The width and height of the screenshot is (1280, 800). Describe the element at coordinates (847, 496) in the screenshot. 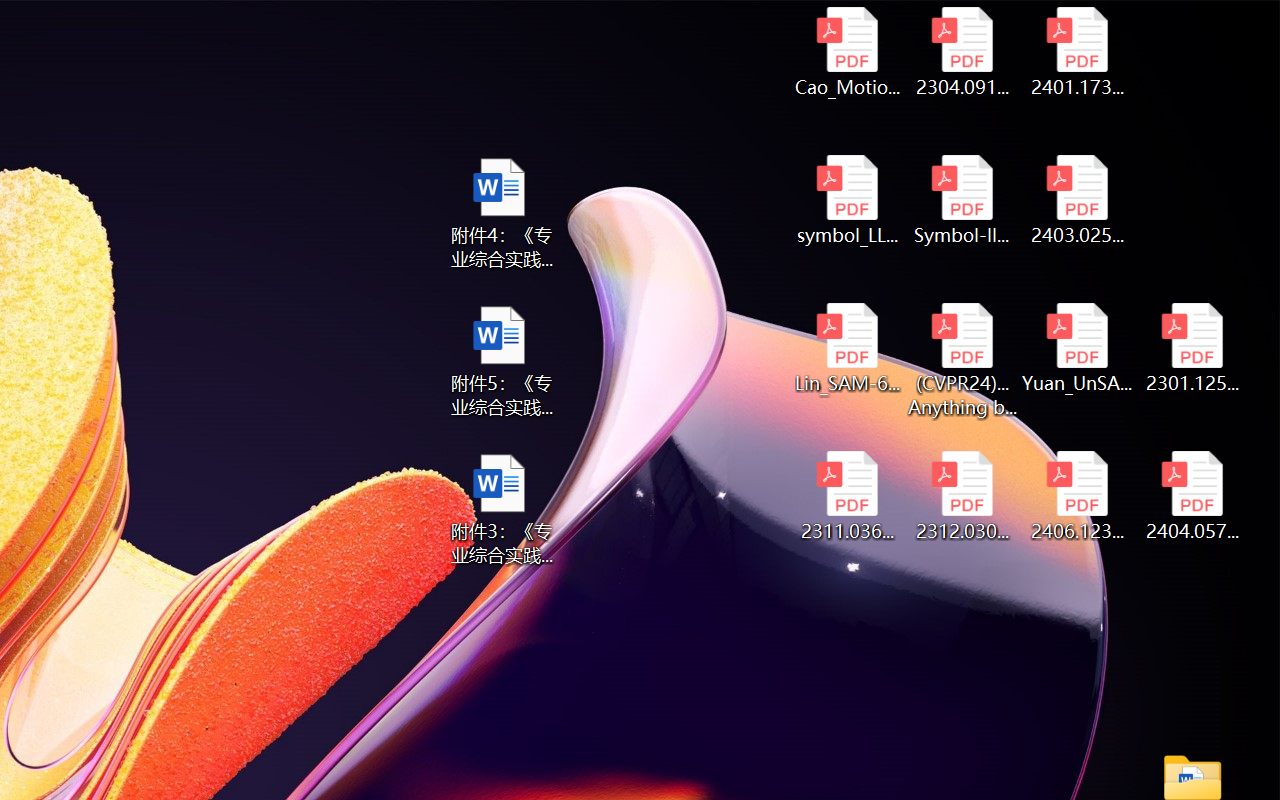

I see `'2311.03658v2.pdf'` at that location.